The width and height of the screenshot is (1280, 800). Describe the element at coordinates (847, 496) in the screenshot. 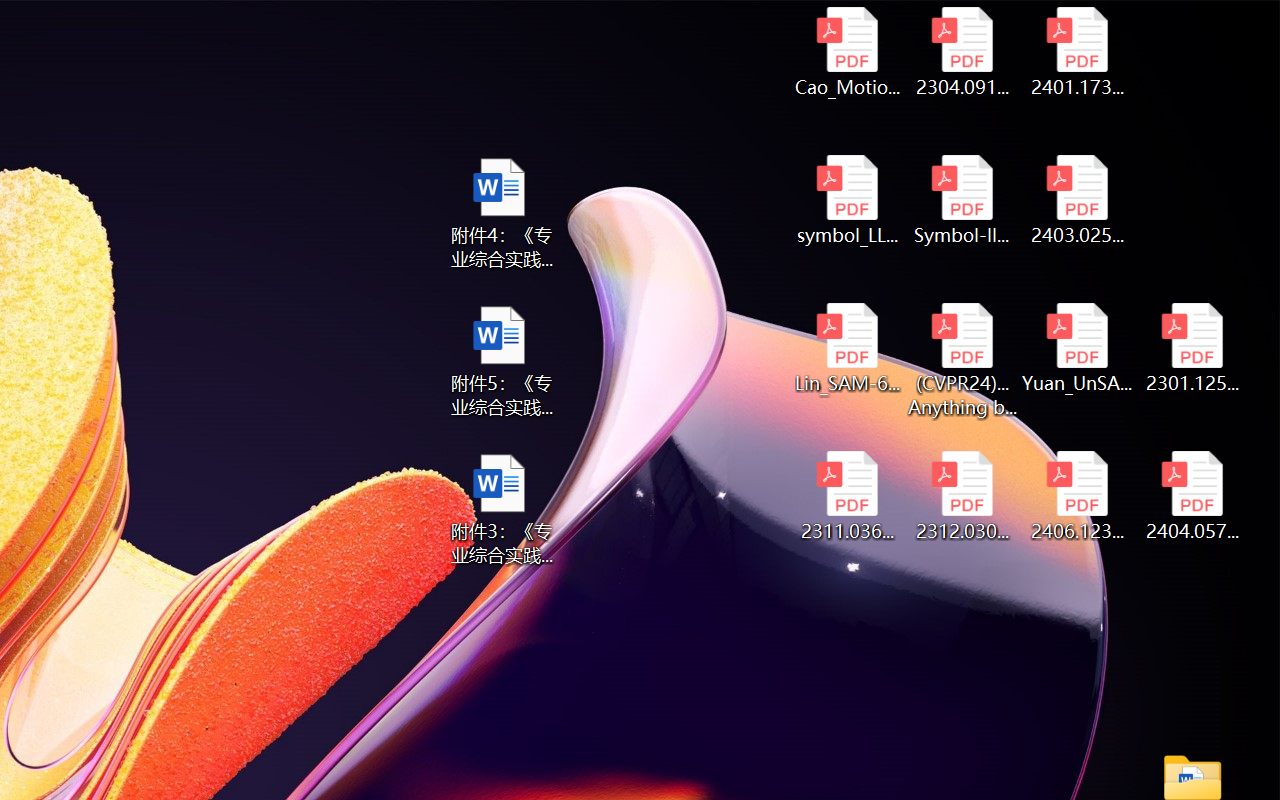

I see `'2311.03658v2.pdf'` at that location.